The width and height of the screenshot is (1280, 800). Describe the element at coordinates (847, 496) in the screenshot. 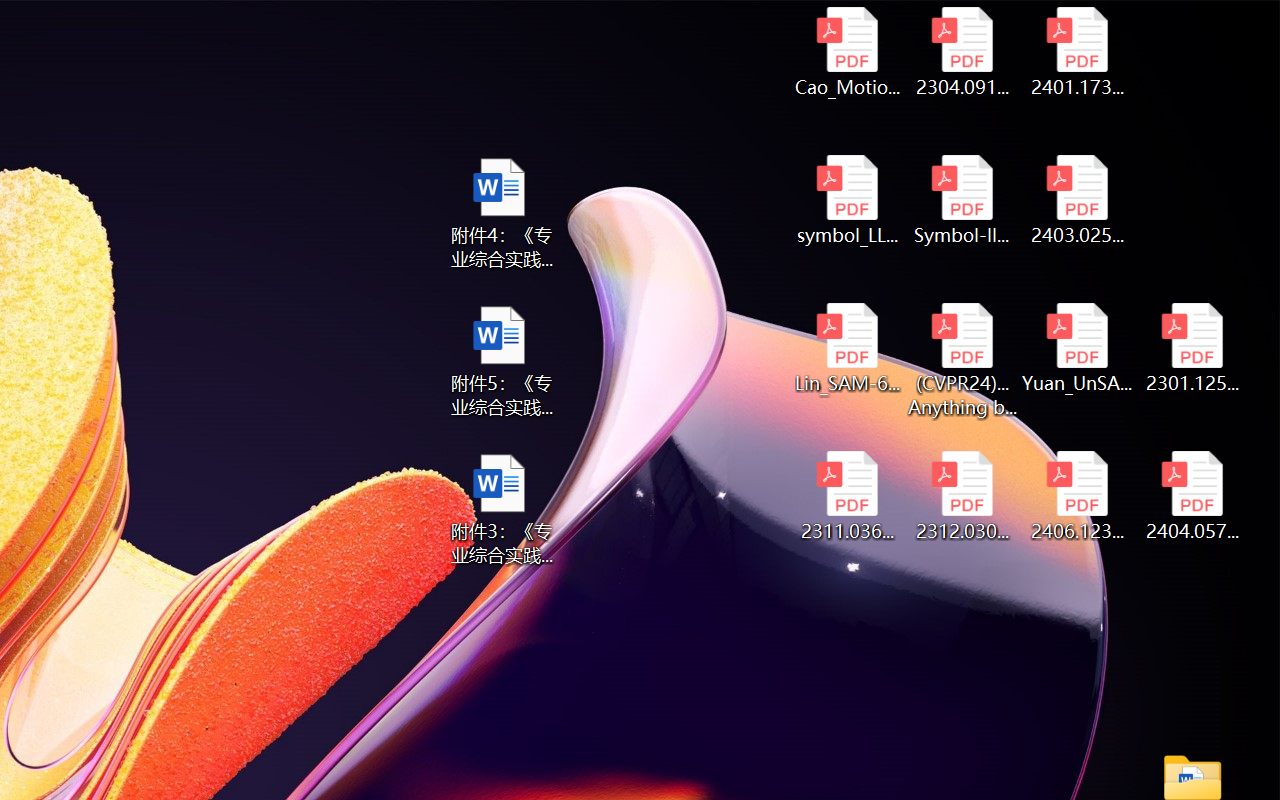

I see `'2311.03658v2.pdf'` at that location.